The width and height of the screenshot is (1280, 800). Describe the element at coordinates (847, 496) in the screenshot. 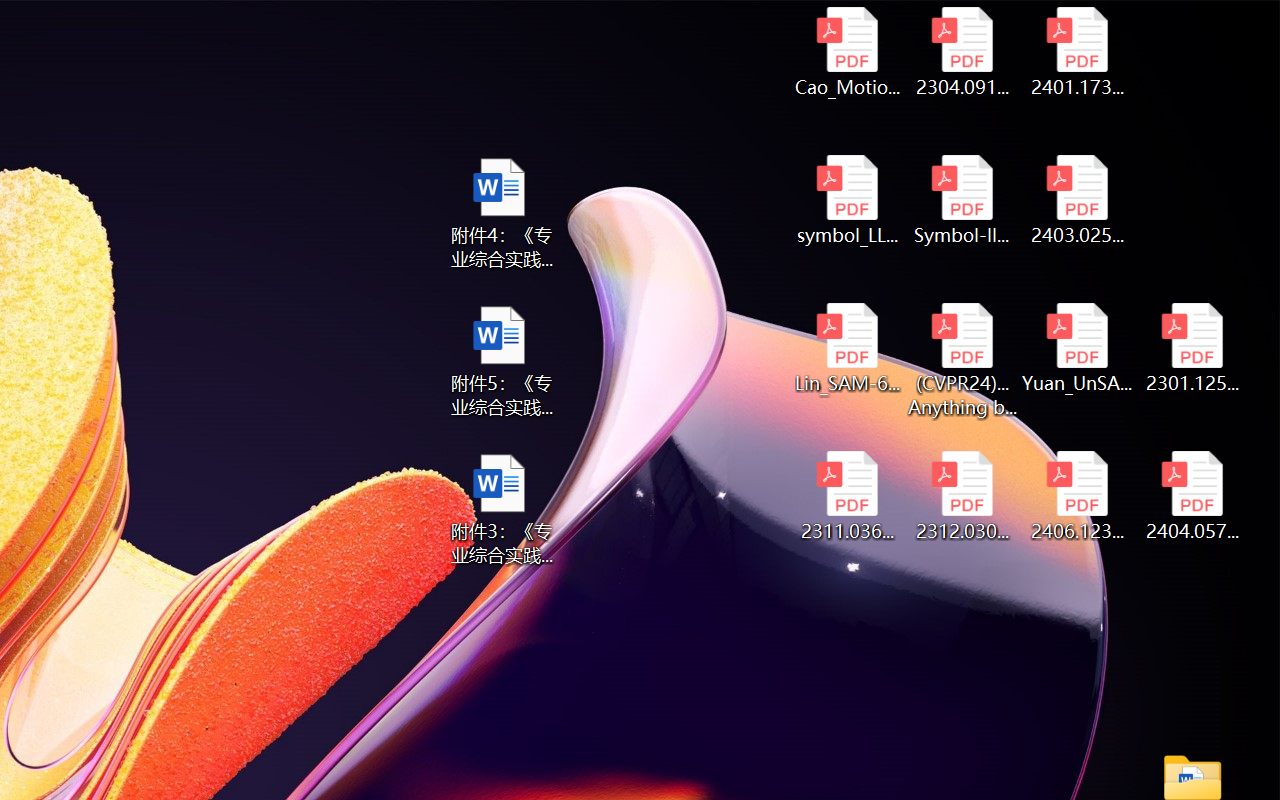

I see `'2311.03658v2.pdf'` at that location.